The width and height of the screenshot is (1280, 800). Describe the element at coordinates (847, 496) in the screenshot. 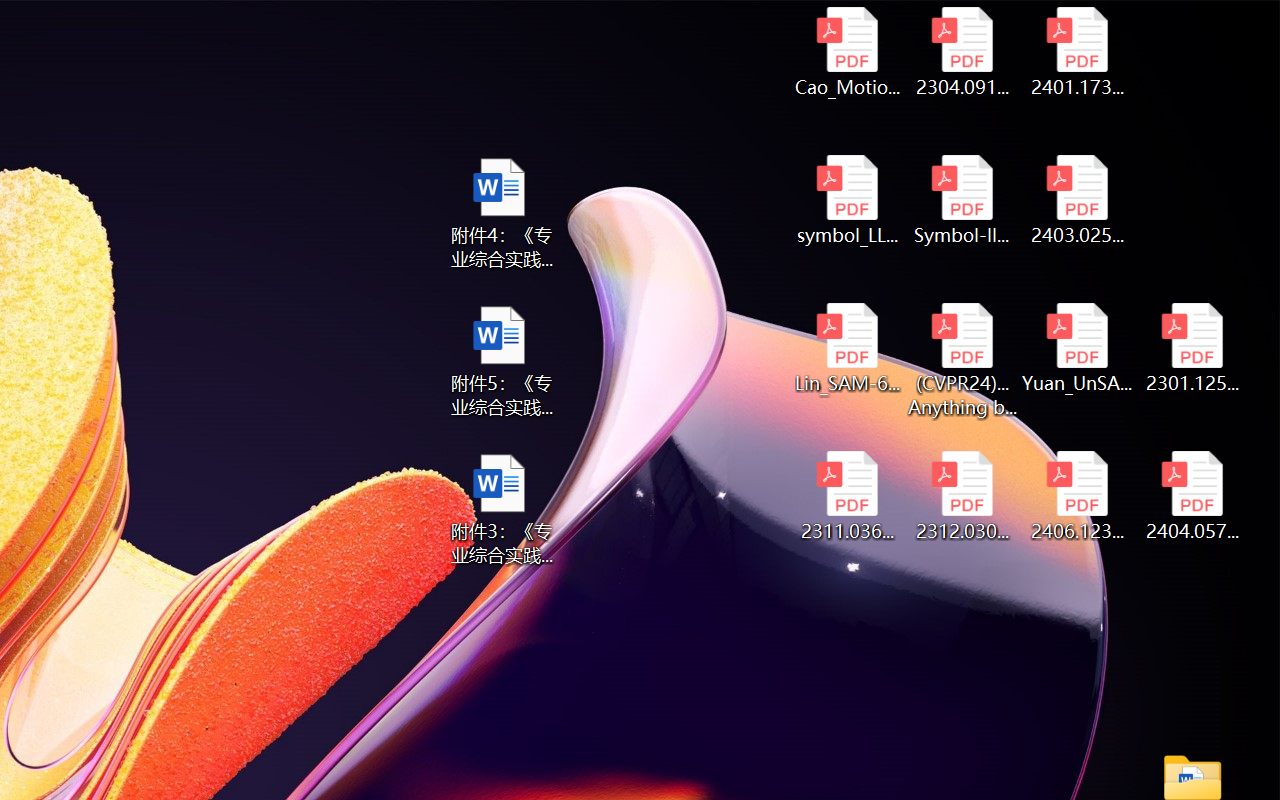

I see `'2311.03658v2.pdf'` at that location.